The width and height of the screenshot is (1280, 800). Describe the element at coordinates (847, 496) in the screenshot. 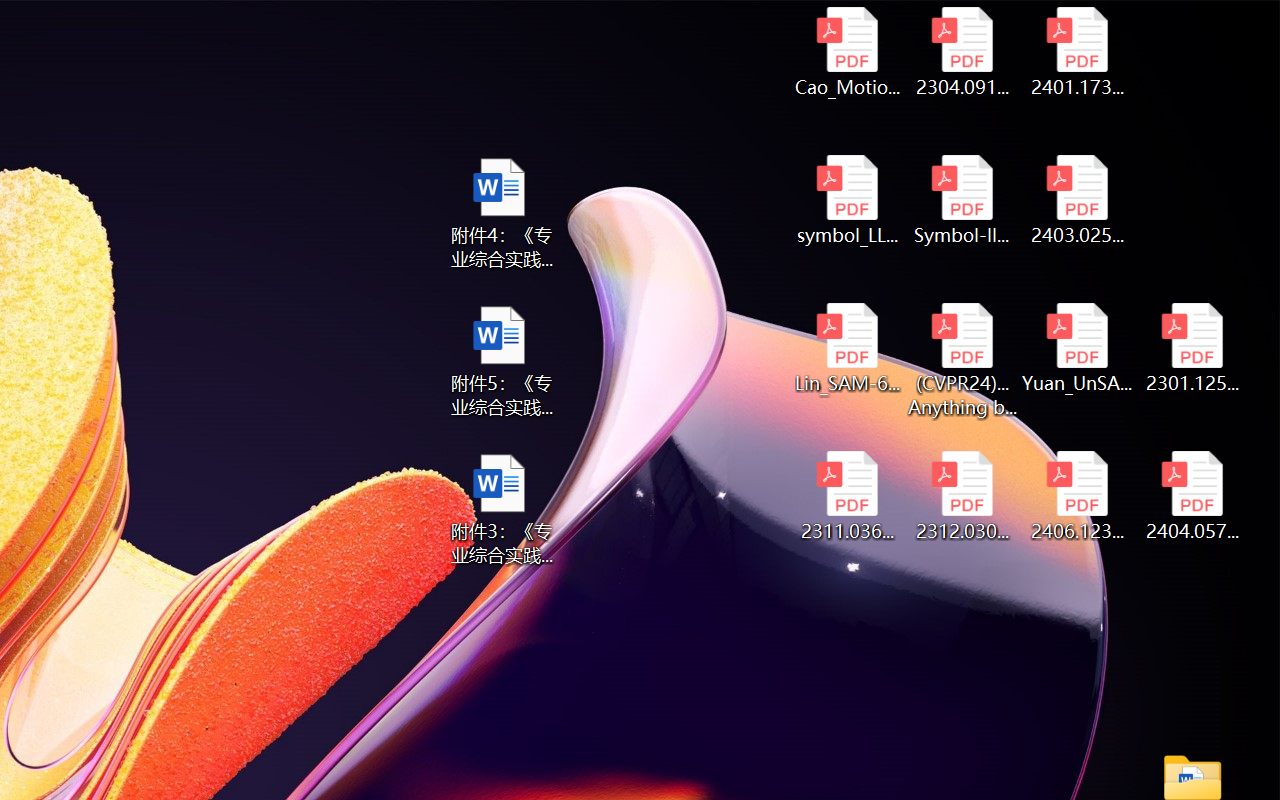

I see `'2311.03658v2.pdf'` at that location.